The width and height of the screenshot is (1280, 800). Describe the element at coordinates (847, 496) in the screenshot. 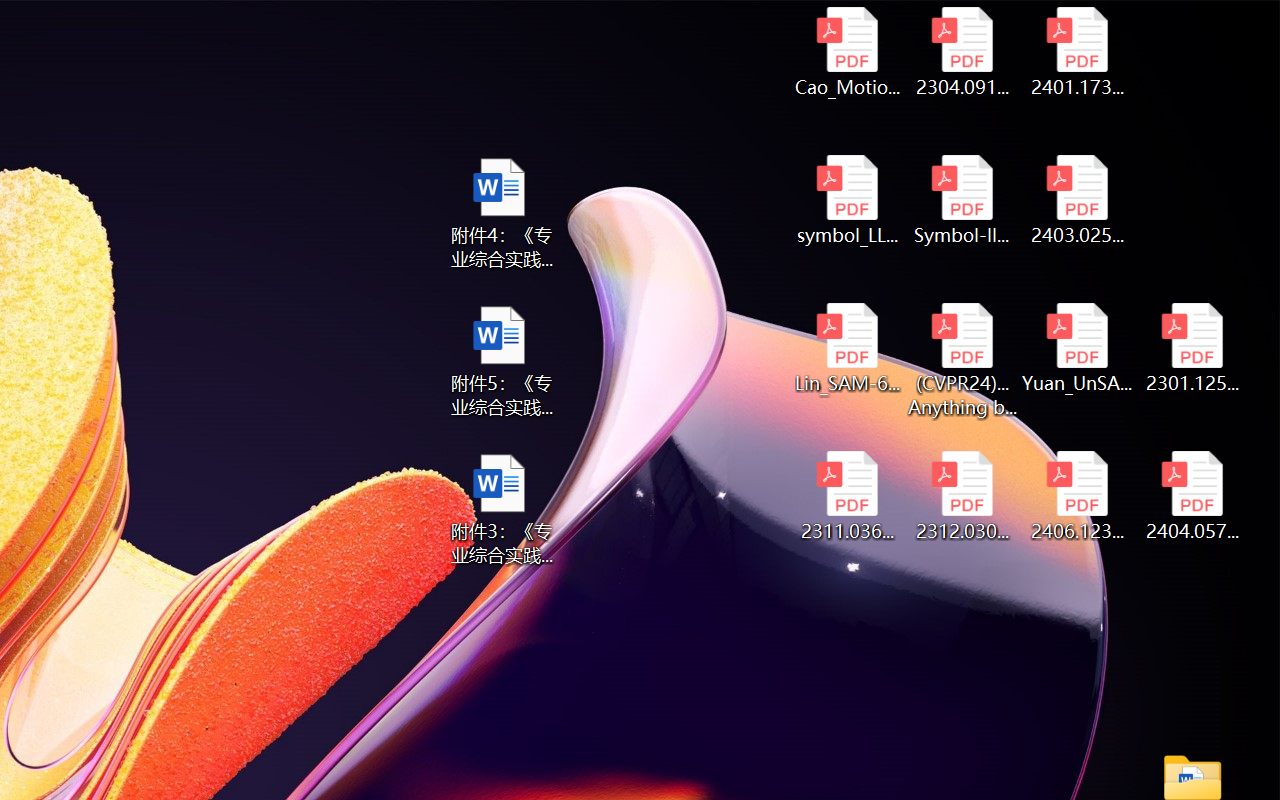

I see `'2311.03658v2.pdf'` at that location.